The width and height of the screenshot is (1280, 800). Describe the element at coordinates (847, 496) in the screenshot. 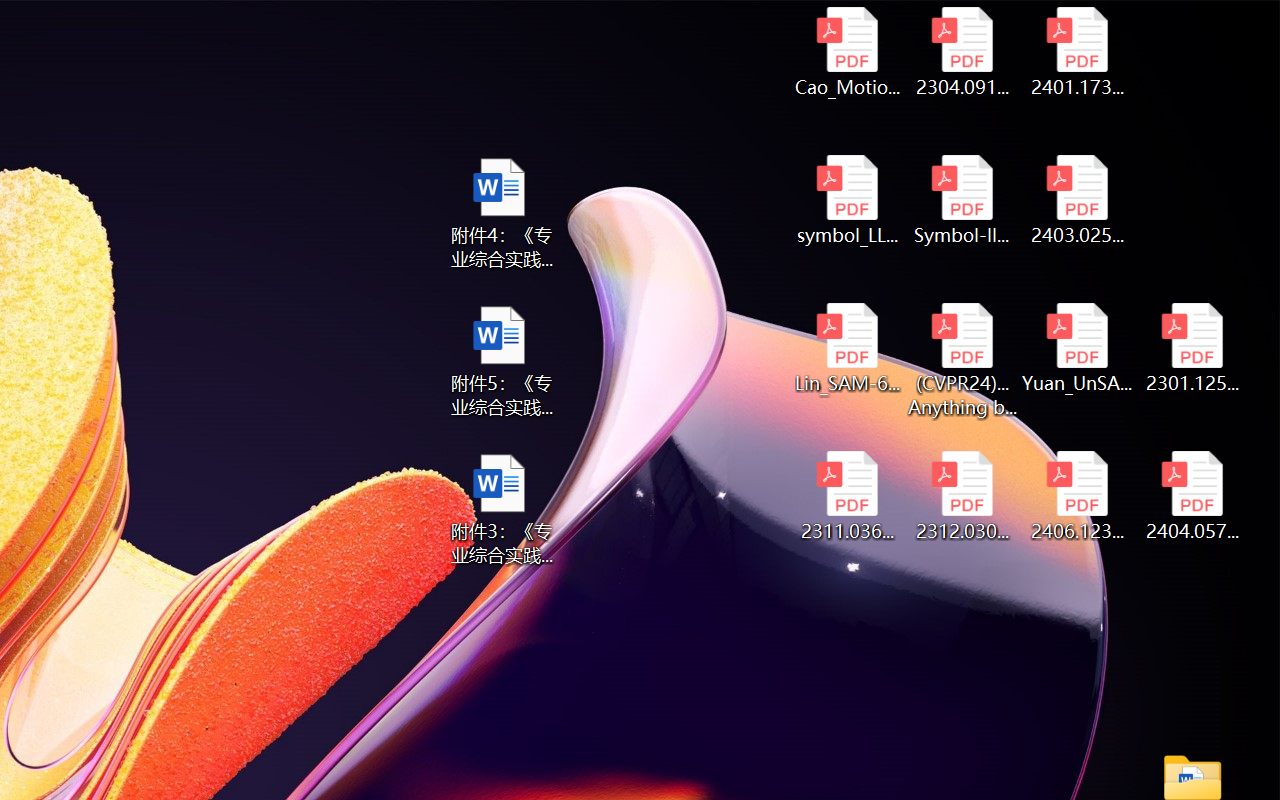

I see `'2311.03658v2.pdf'` at that location.